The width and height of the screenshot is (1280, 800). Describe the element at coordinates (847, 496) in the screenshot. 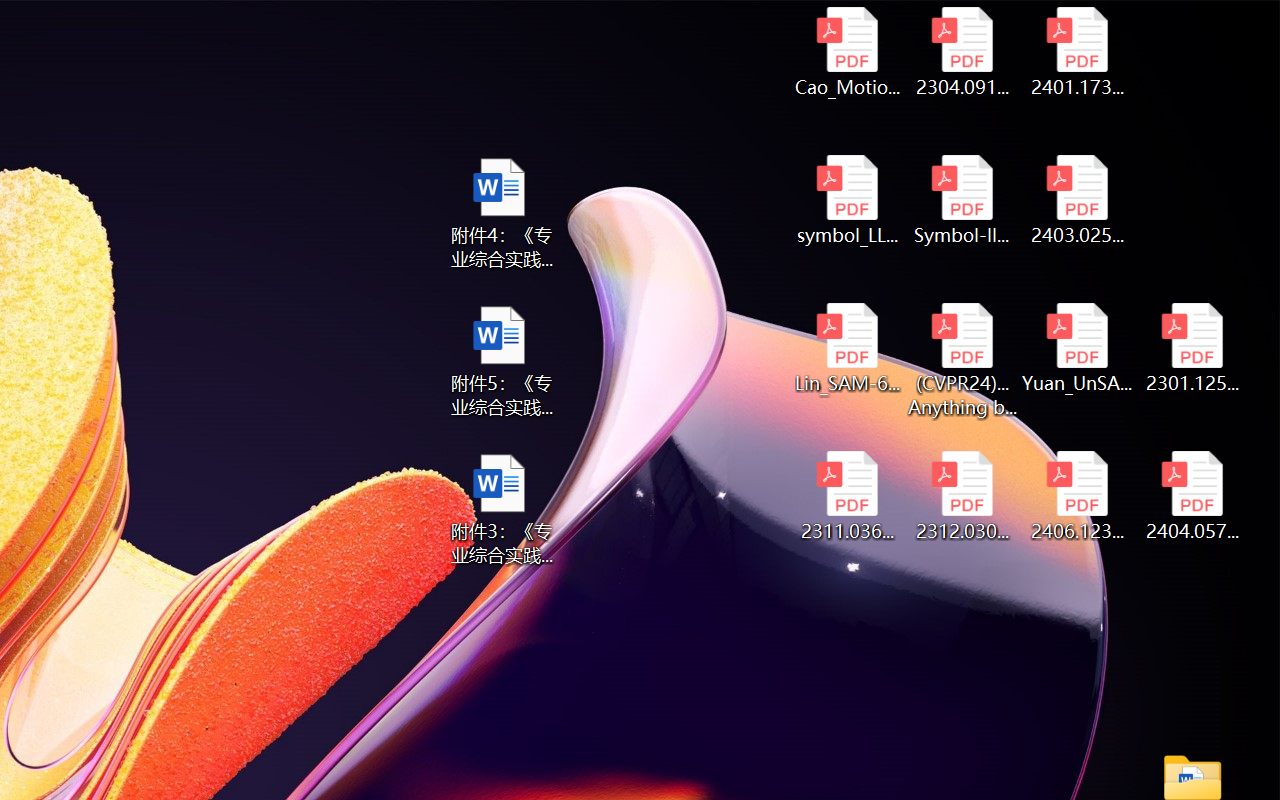

I see `'2311.03658v2.pdf'` at that location.